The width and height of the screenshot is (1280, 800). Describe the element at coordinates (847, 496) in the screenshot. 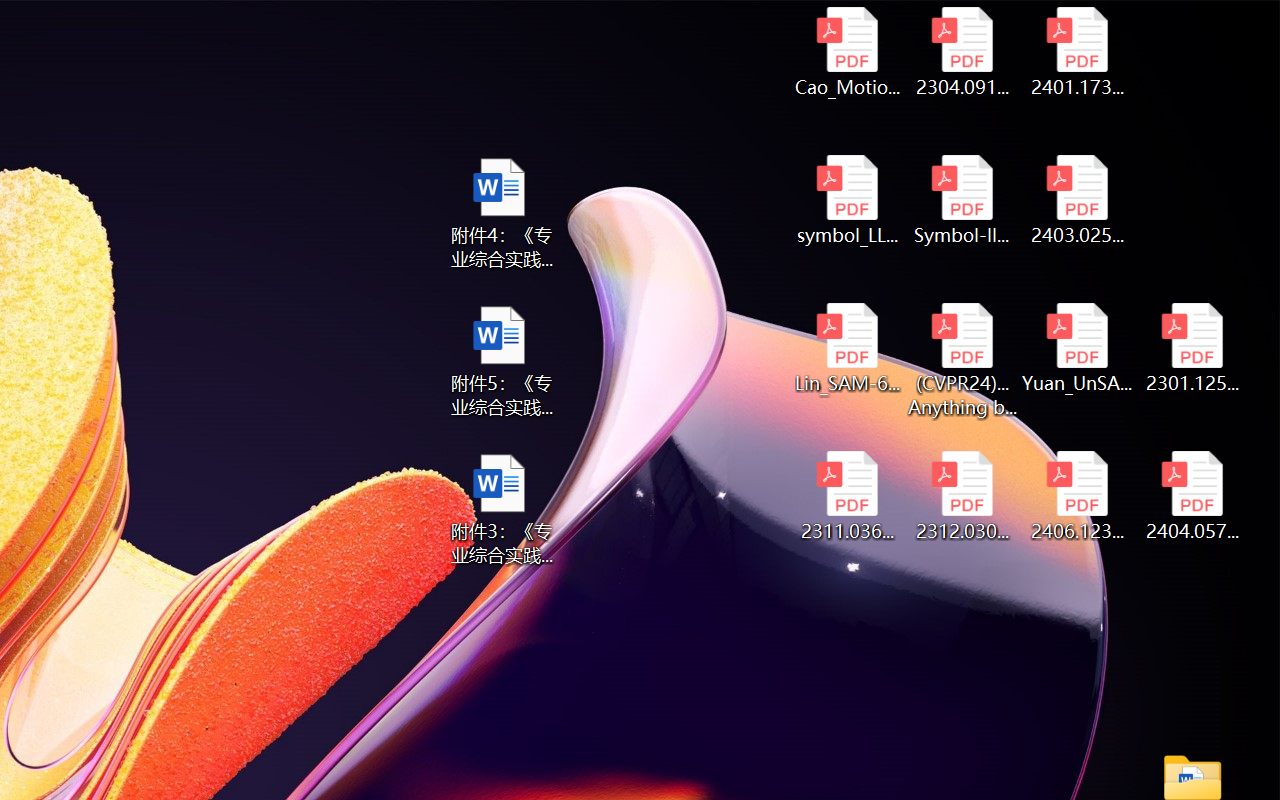

I see `'2311.03658v2.pdf'` at that location.